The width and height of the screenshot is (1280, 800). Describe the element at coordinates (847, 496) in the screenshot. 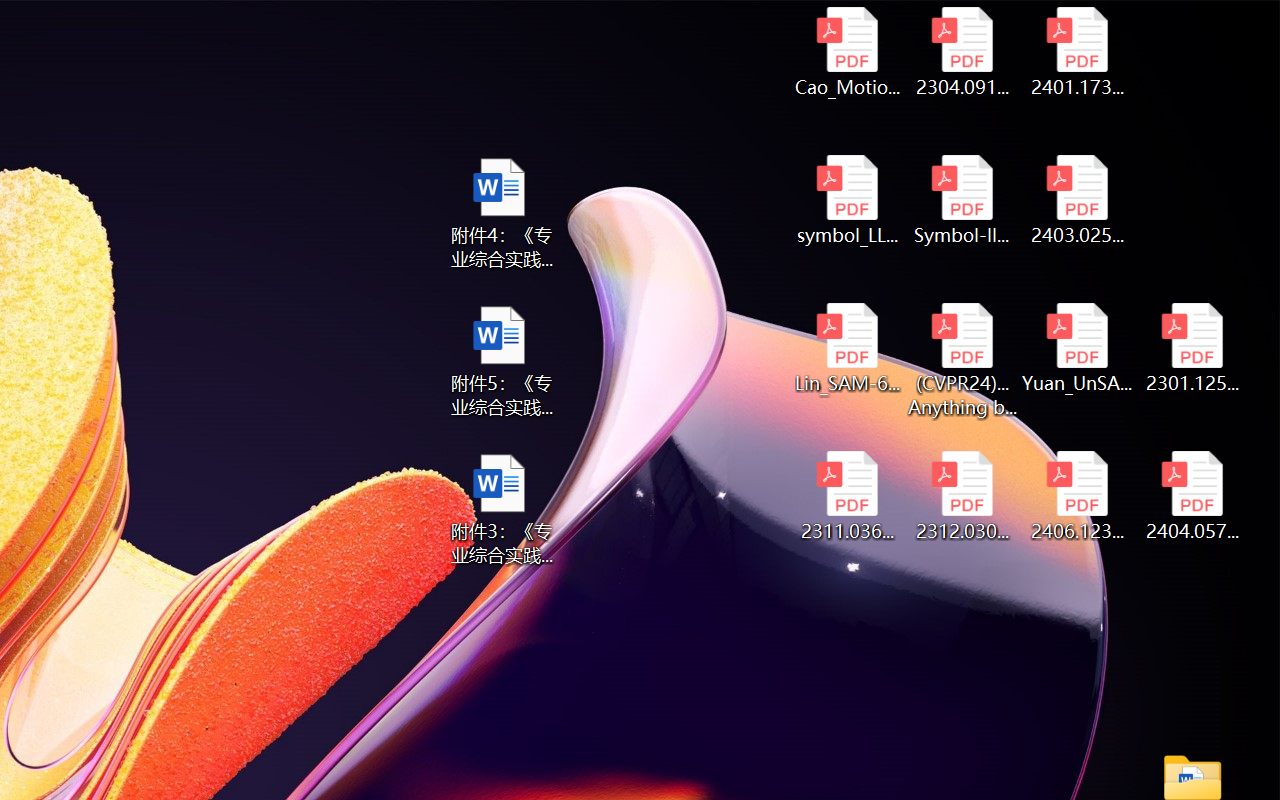

I see `'2311.03658v2.pdf'` at that location.